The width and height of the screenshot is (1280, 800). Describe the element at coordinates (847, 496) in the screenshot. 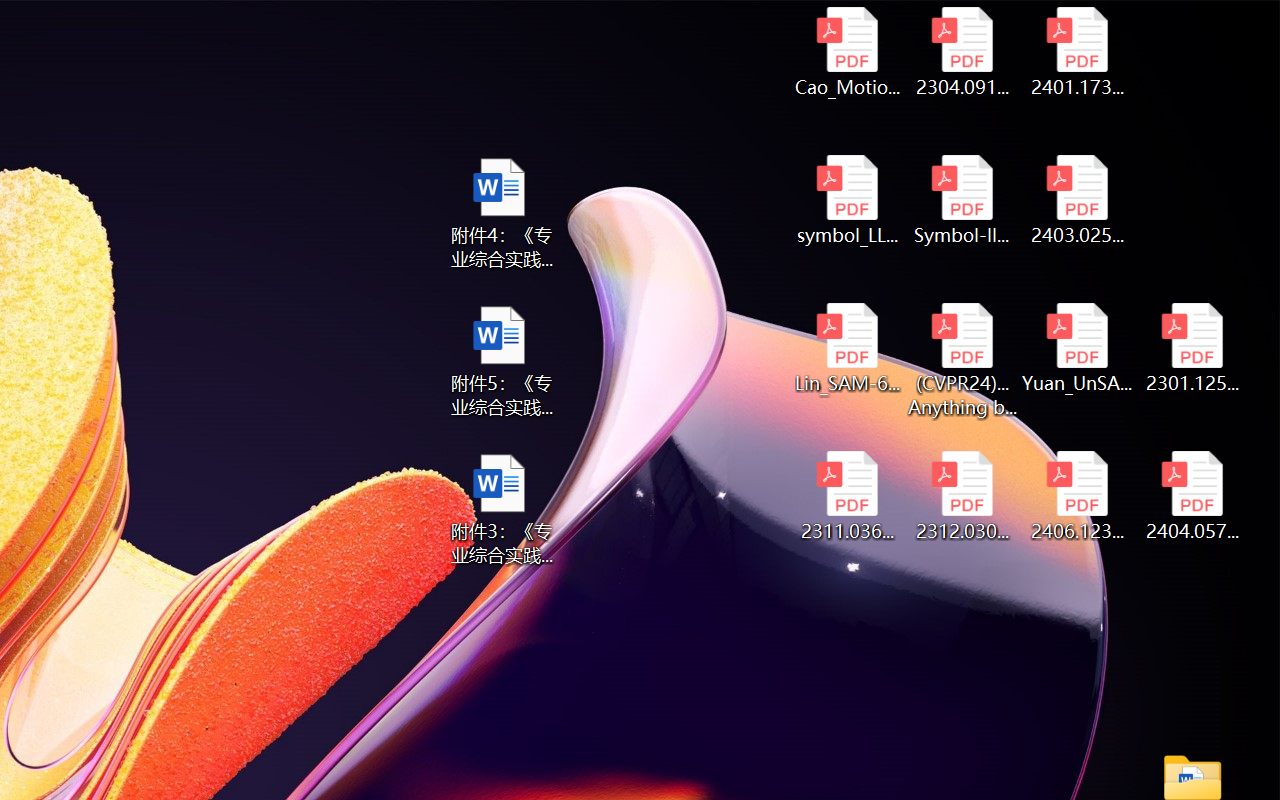

I see `'2311.03658v2.pdf'` at that location.